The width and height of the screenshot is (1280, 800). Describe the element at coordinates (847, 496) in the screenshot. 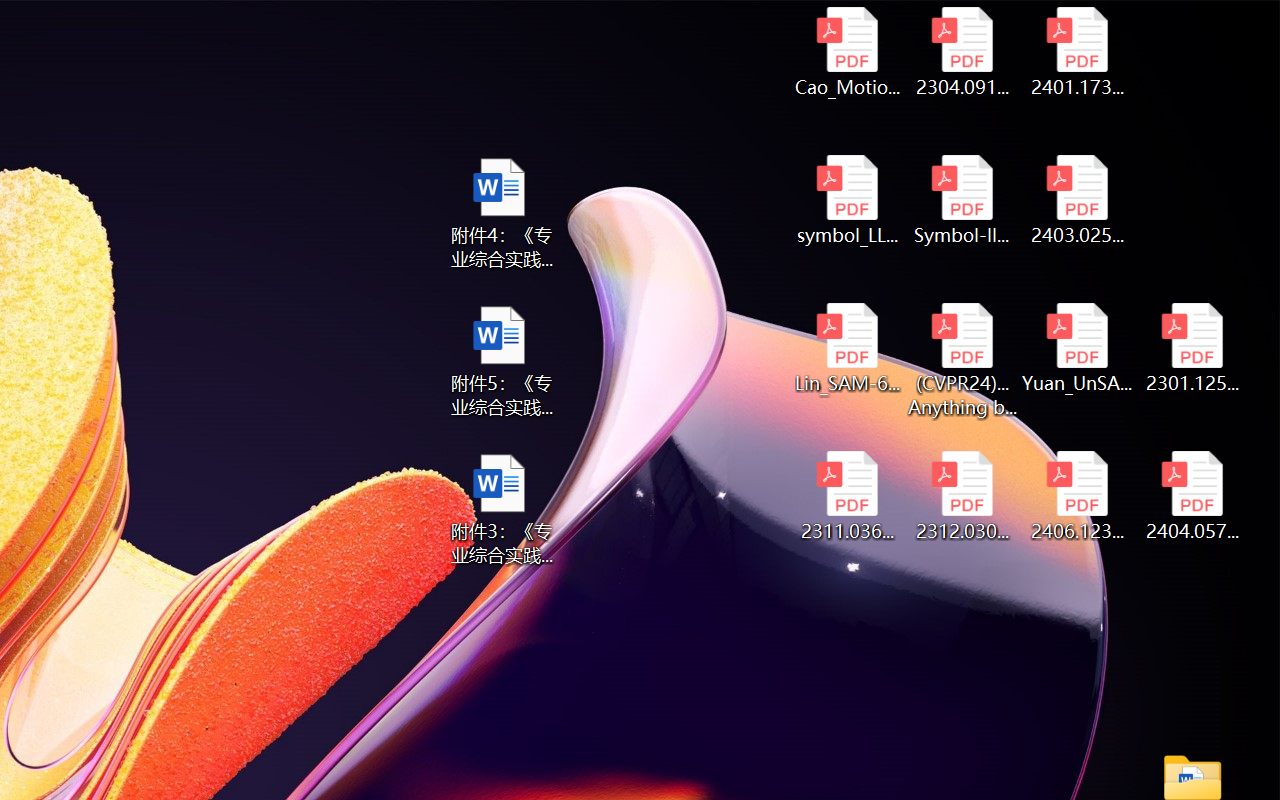

I see `'2311.03658v2.pdf'` at that location.